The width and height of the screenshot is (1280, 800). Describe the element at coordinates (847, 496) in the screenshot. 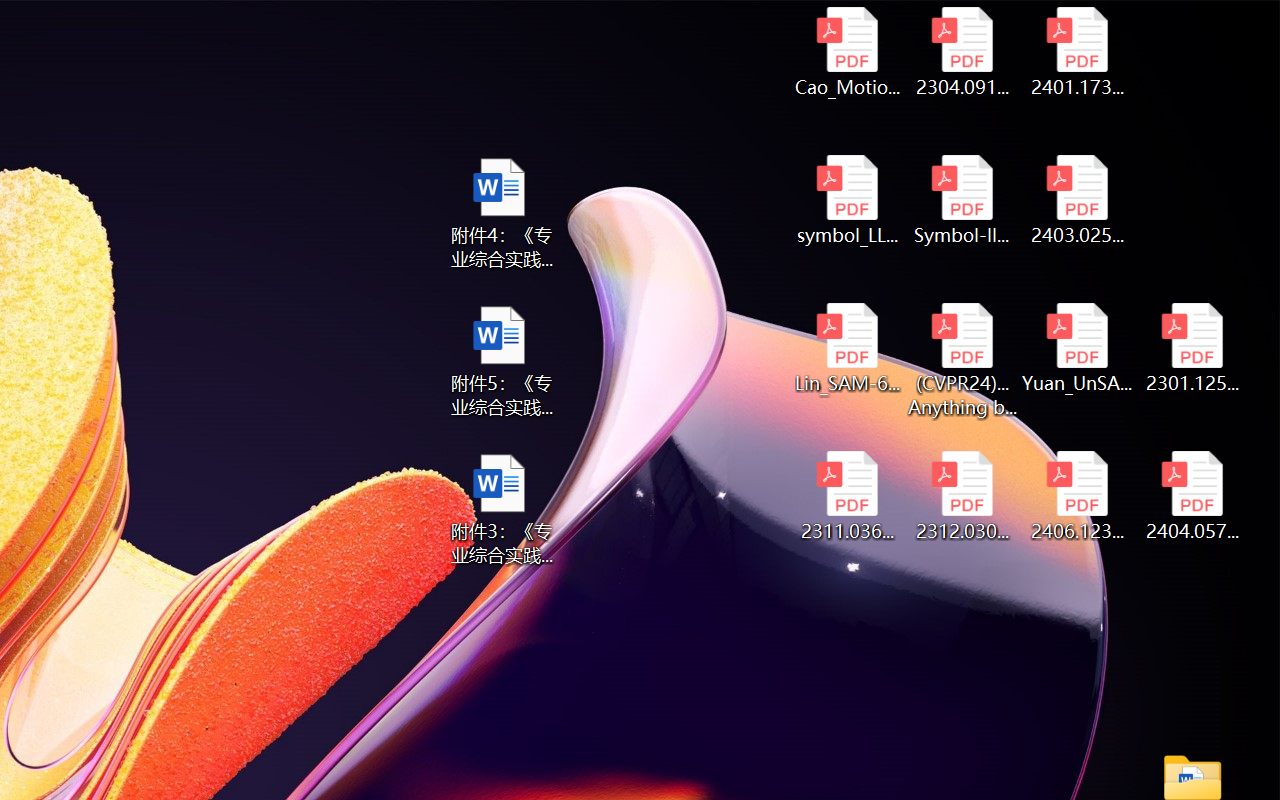

I see `'2311.03658v2.pdf'` at that location.